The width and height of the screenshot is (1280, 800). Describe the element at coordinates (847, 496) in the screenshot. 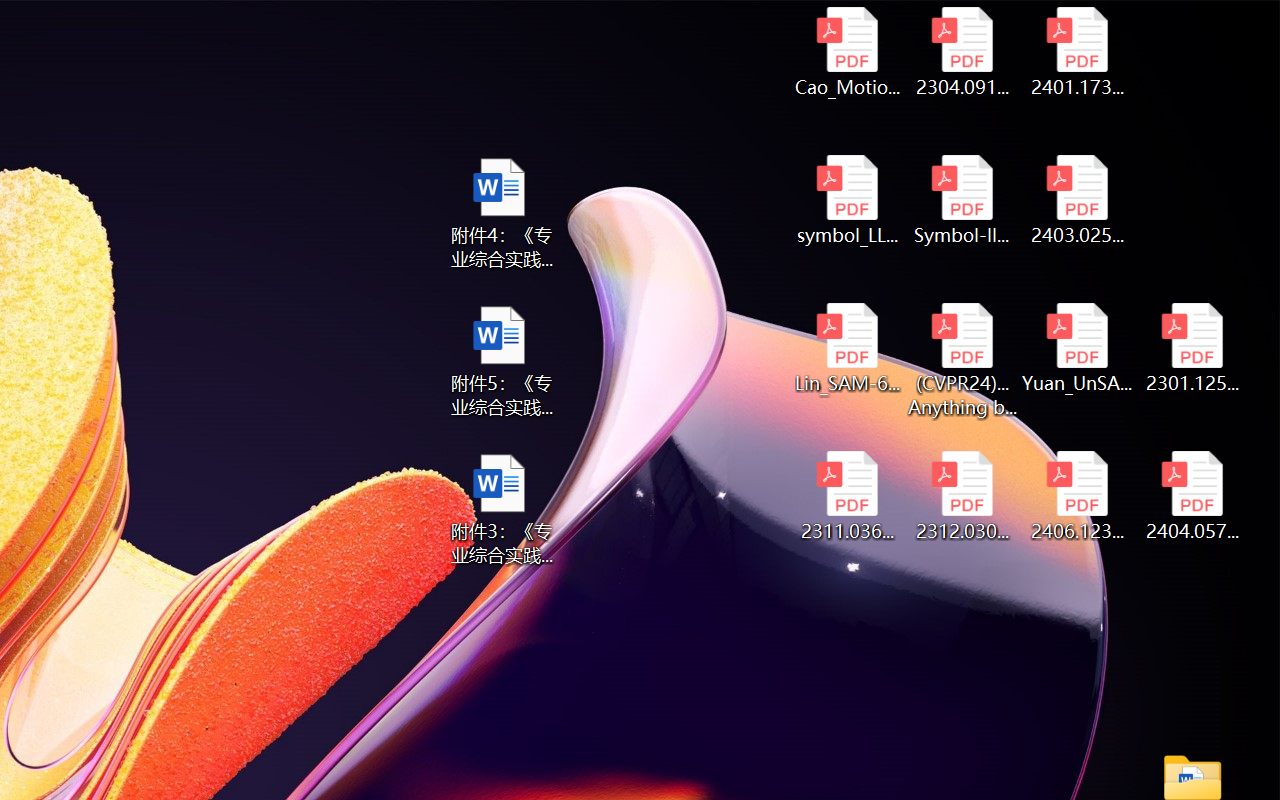

I see `'2311.03658v2.pdf'` at that location.